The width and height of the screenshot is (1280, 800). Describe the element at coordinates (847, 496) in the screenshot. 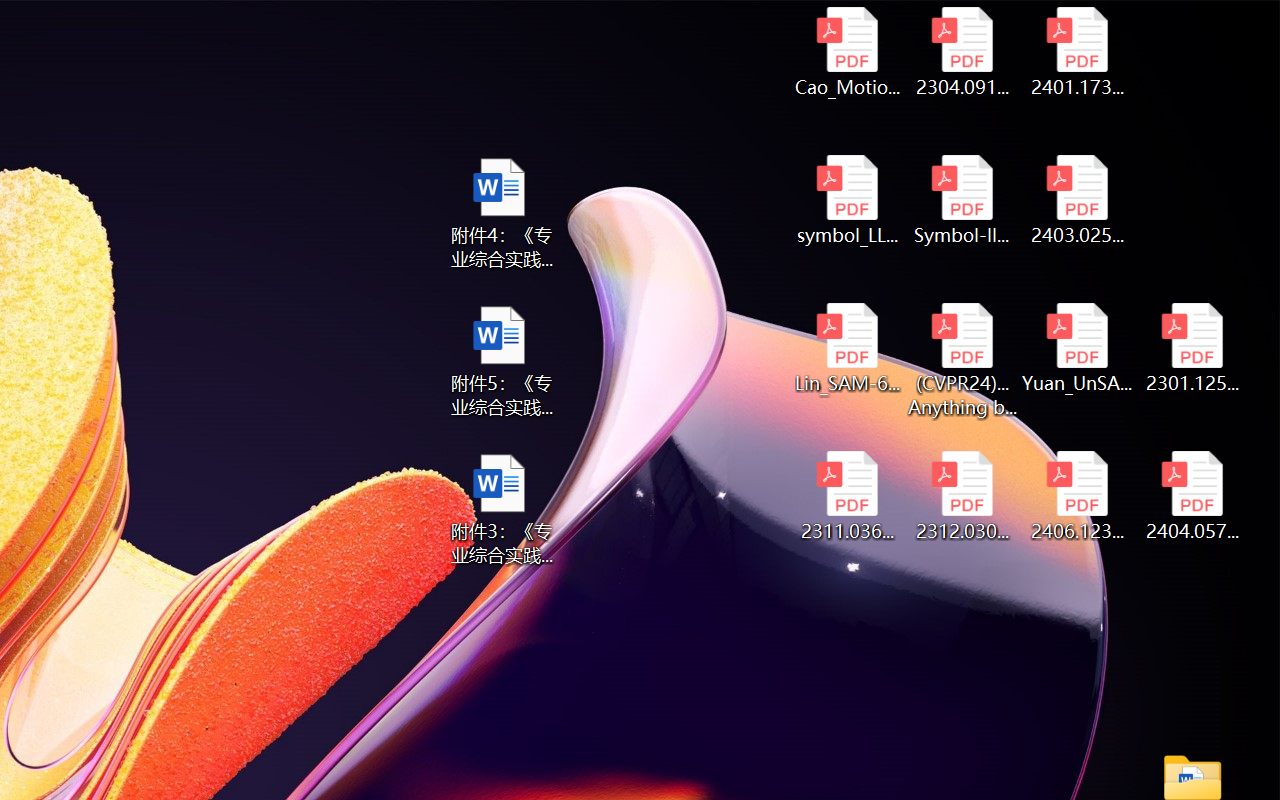

I see `'2311.03658v2.pdf'` at that location.